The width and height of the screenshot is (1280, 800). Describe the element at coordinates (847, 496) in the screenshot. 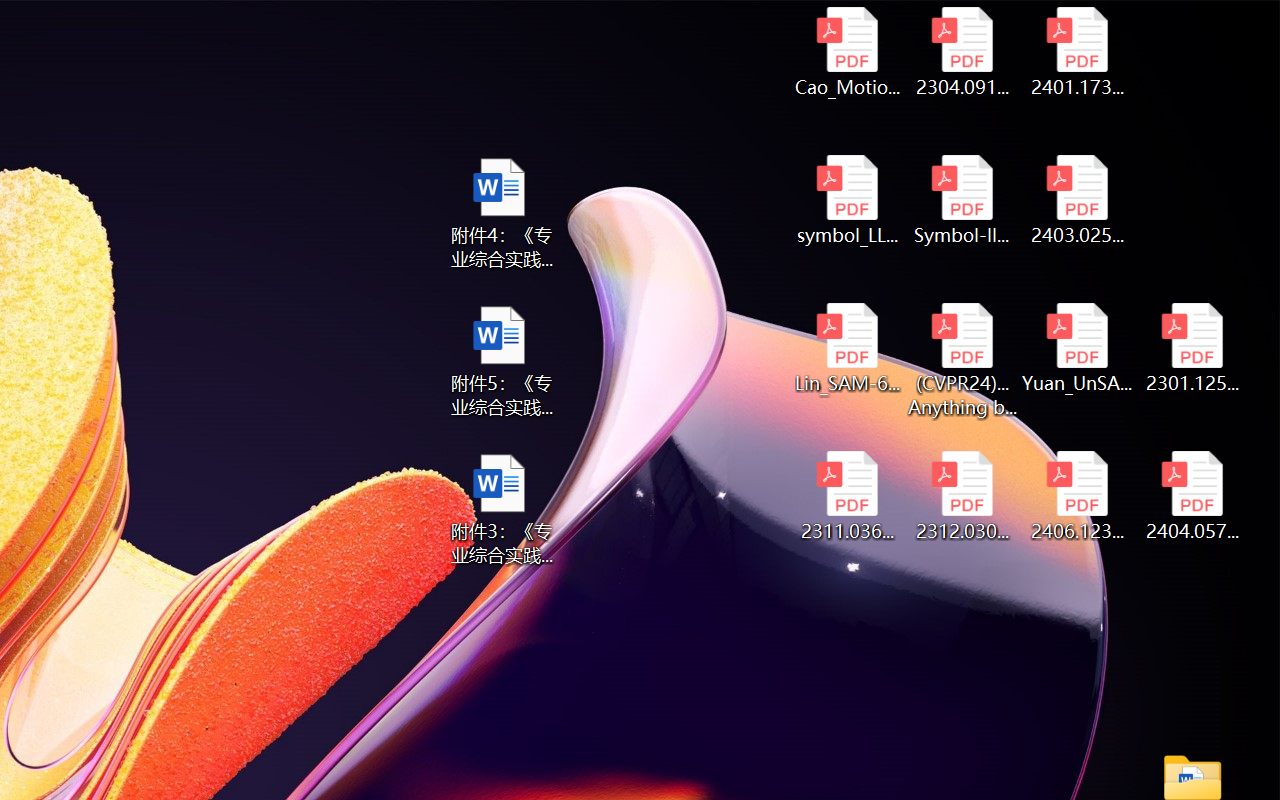

I see `'2311.03658v2.pdf'` at that location.